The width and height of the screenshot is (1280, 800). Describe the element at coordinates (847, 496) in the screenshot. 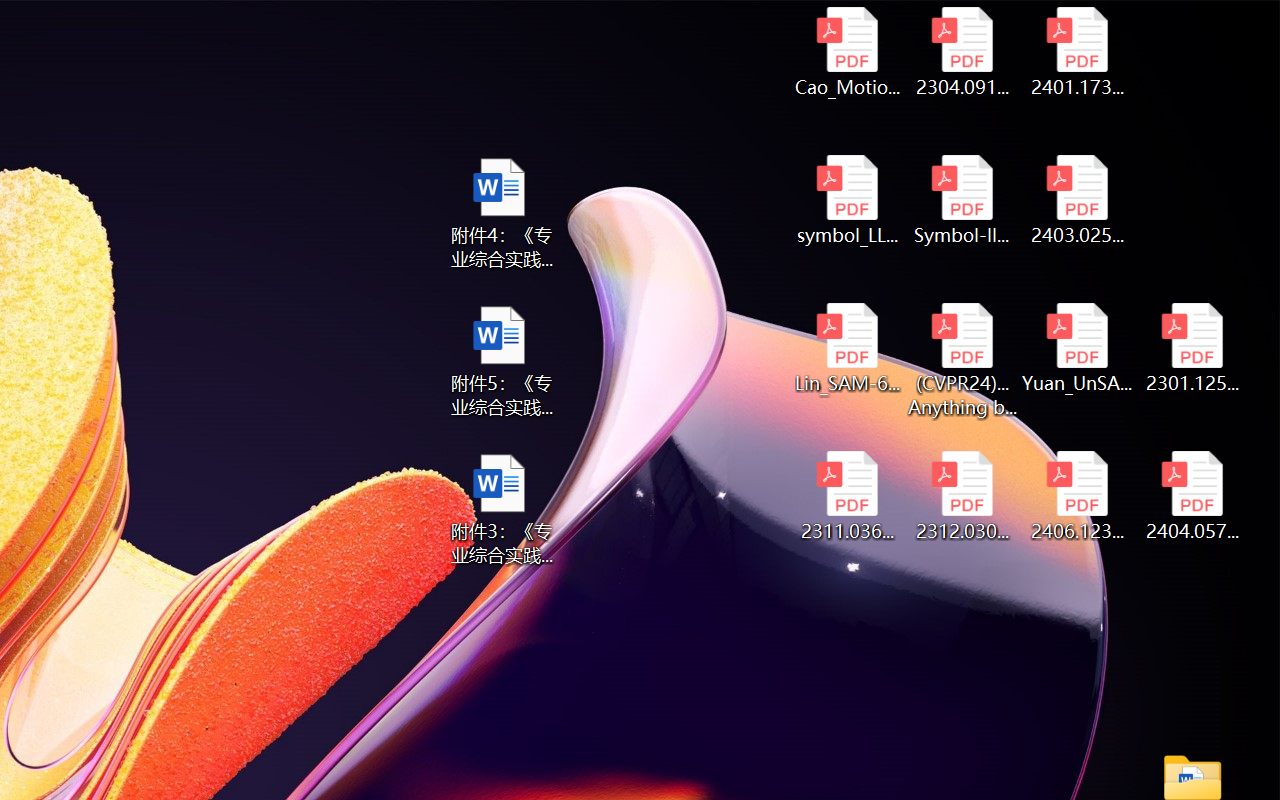

I see `'2311.03658v2.pdf'` at that location.